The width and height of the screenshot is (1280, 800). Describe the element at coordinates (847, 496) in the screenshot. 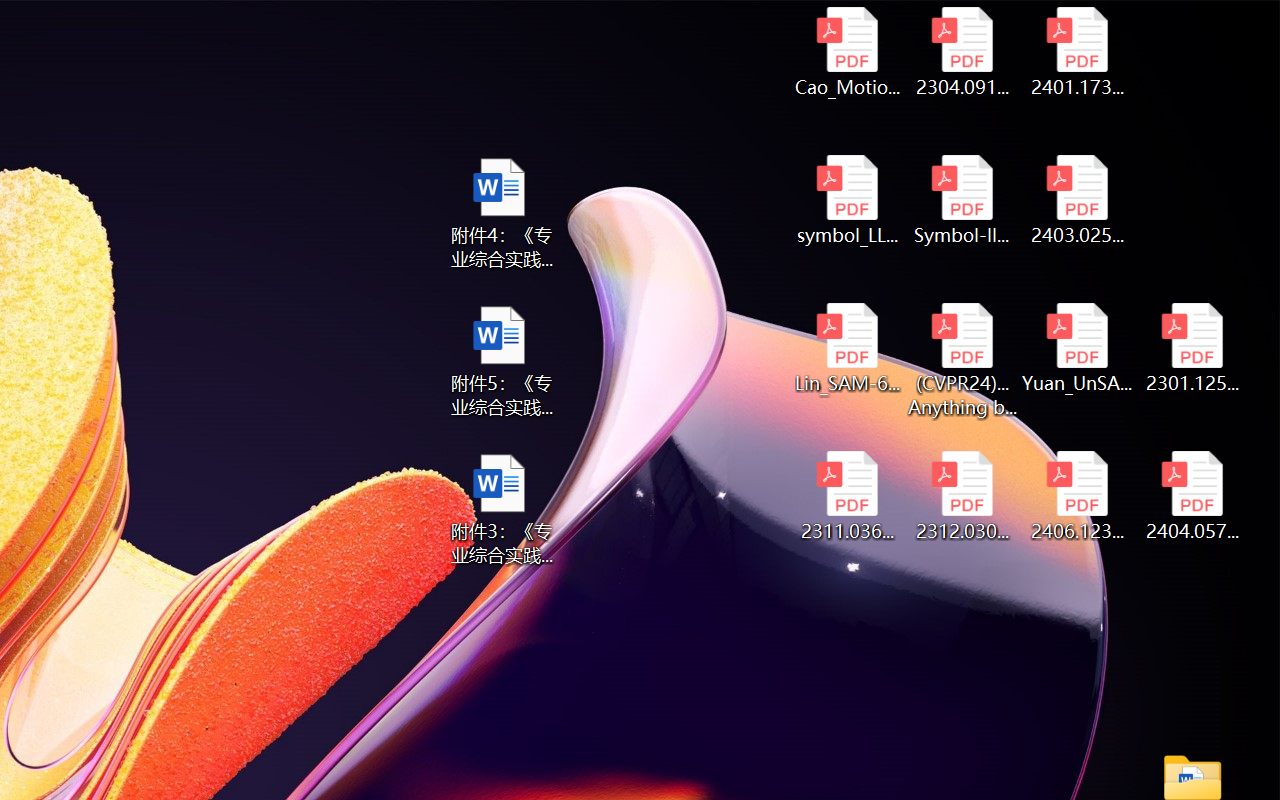

I see `'2311.03658v2.pdf'` at that location.